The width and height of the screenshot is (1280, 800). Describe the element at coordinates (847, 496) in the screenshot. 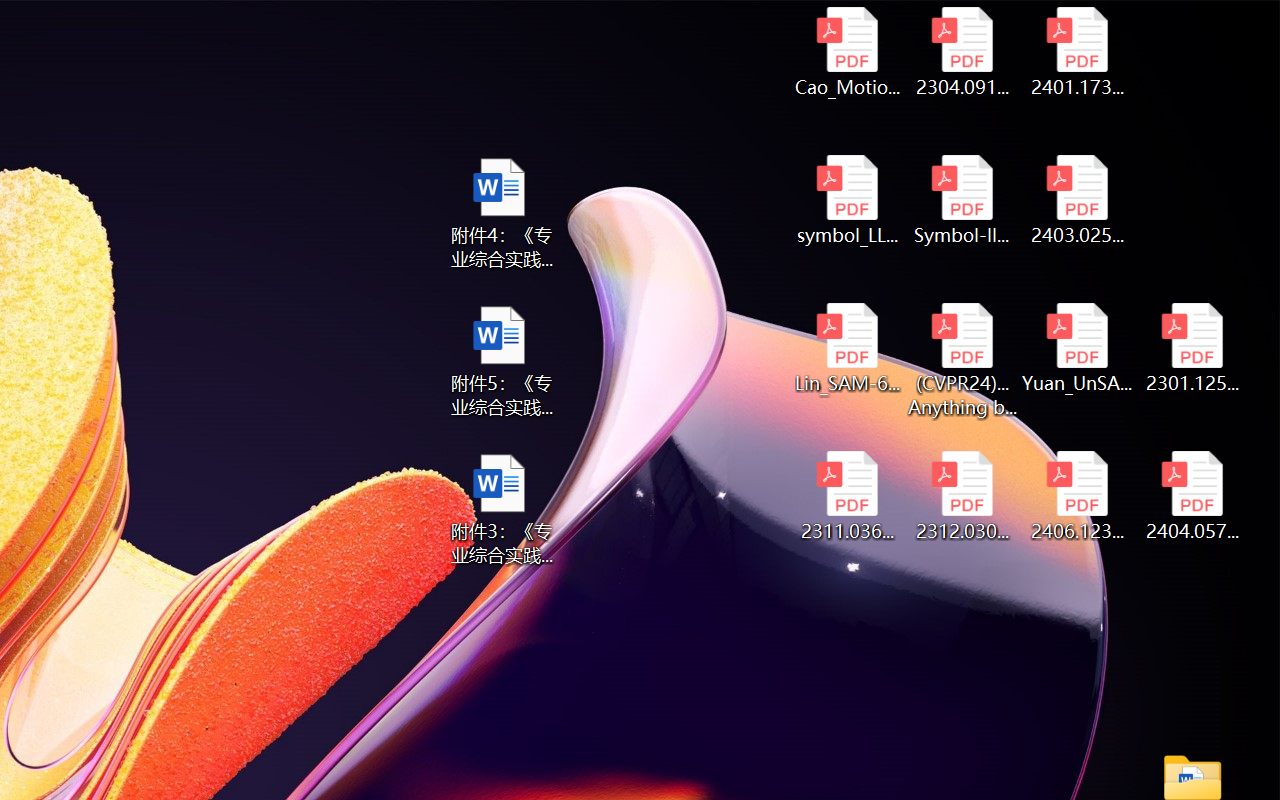

I see `'2311.03658v2.pdf'` at that location.